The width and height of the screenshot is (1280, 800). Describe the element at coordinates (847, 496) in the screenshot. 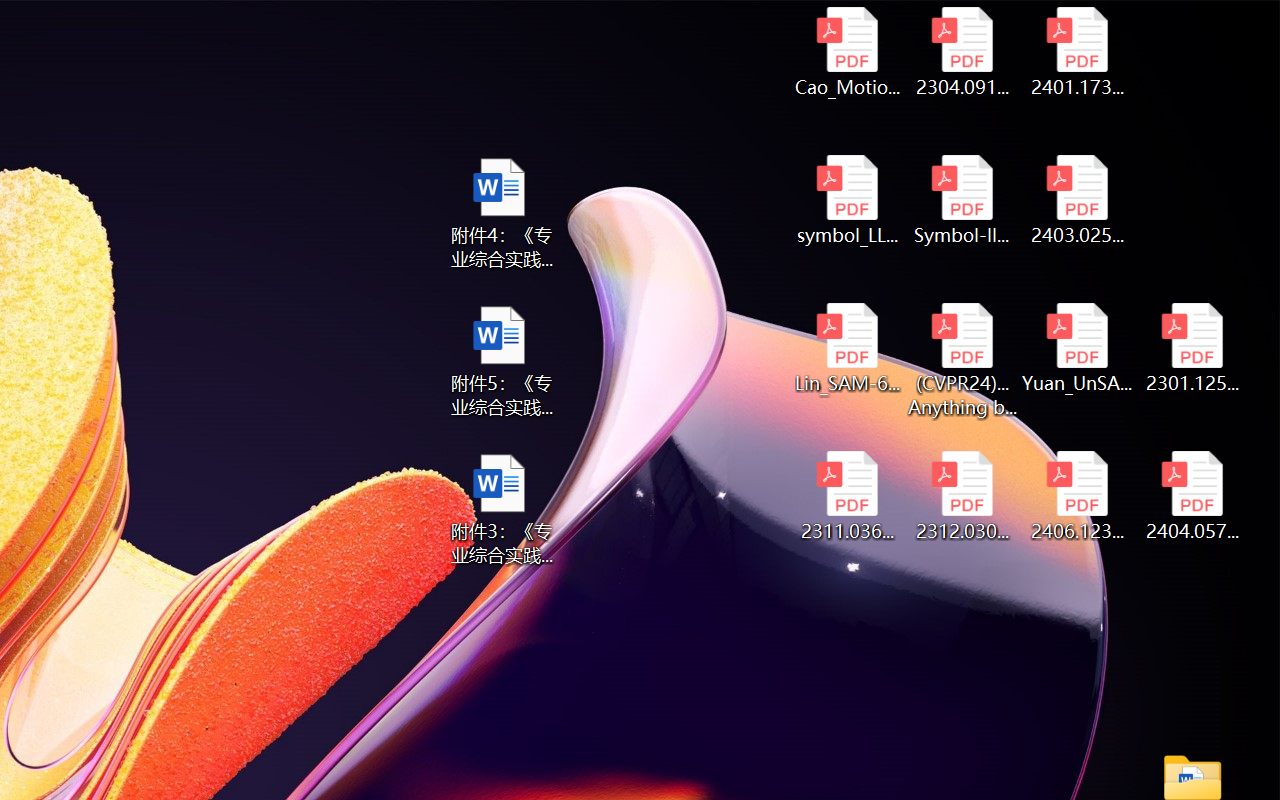

I see `'2311.03658v2.pdf'` at that location.